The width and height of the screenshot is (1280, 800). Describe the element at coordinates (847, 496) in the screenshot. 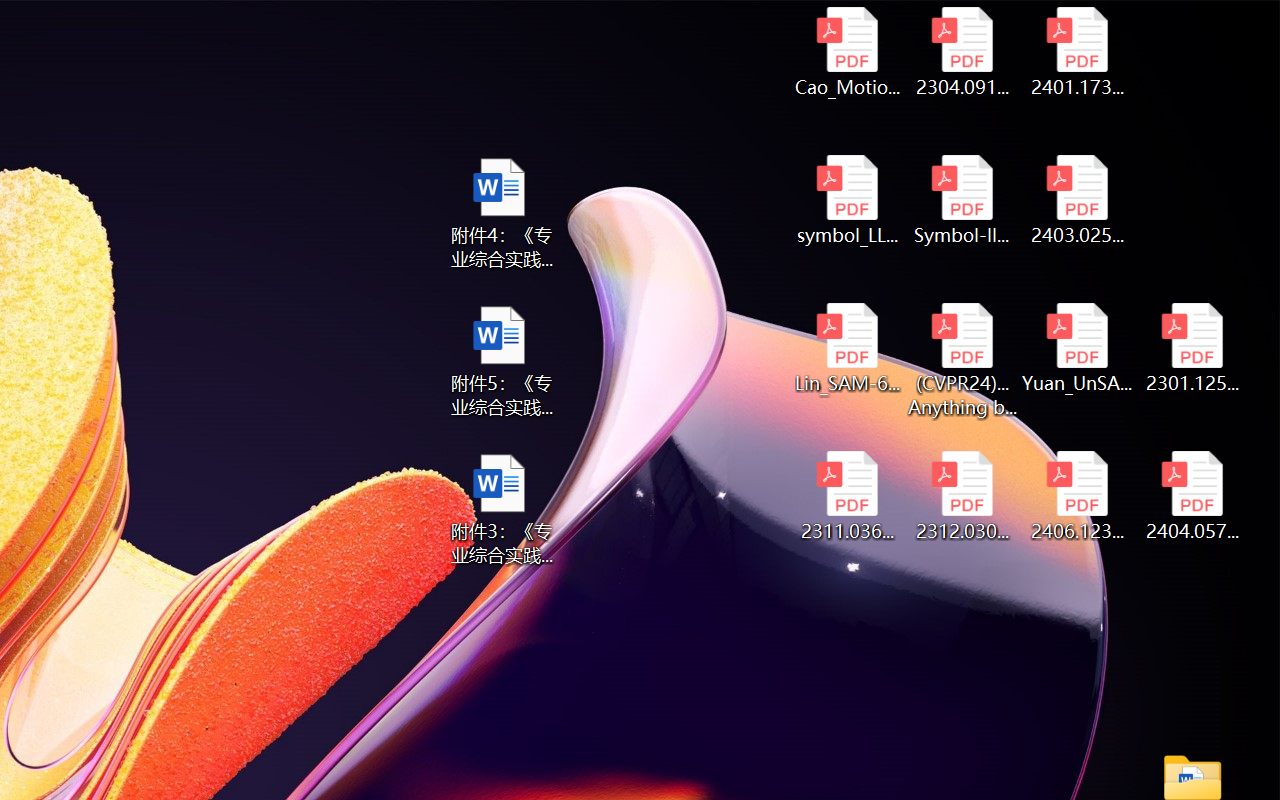

I see `'2311.03658v2.pdf'` at that location.